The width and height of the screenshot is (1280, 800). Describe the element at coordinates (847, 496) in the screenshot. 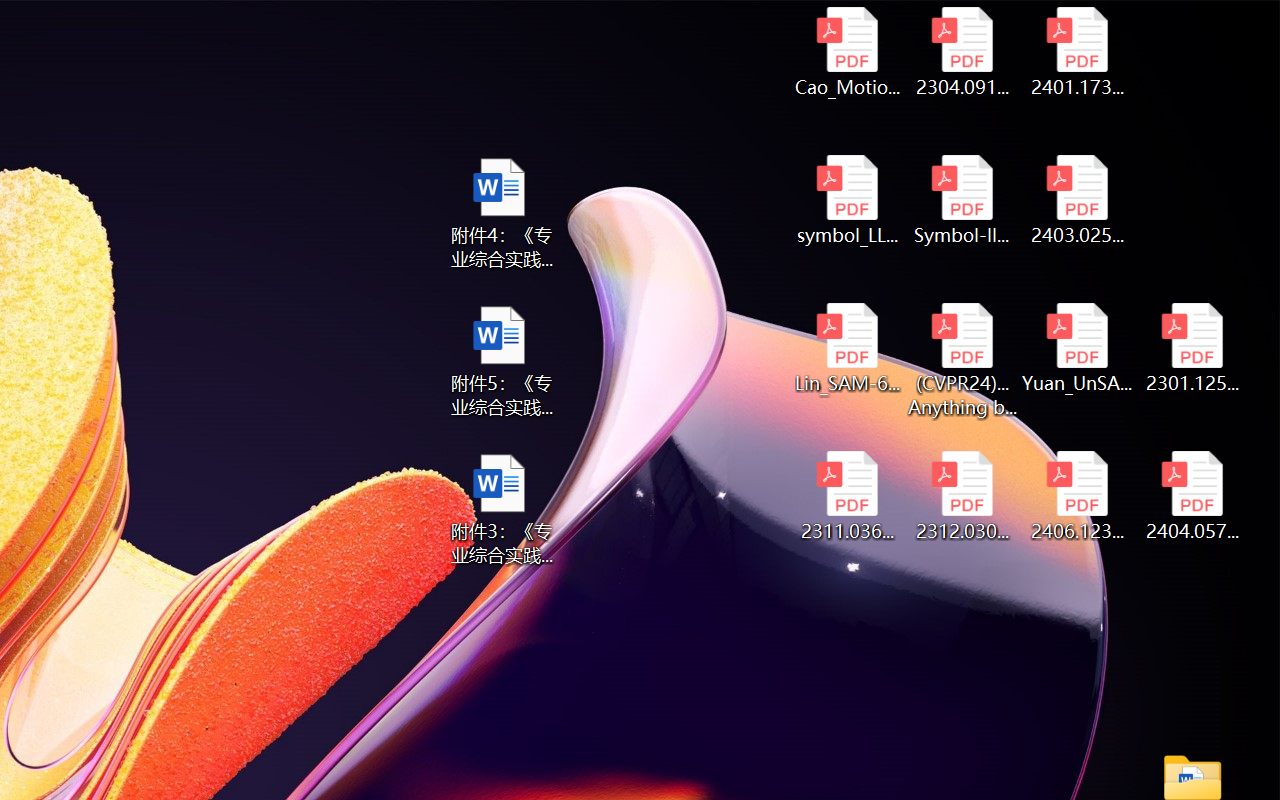

I see `'2311.03658v2.pdf'` at that location.